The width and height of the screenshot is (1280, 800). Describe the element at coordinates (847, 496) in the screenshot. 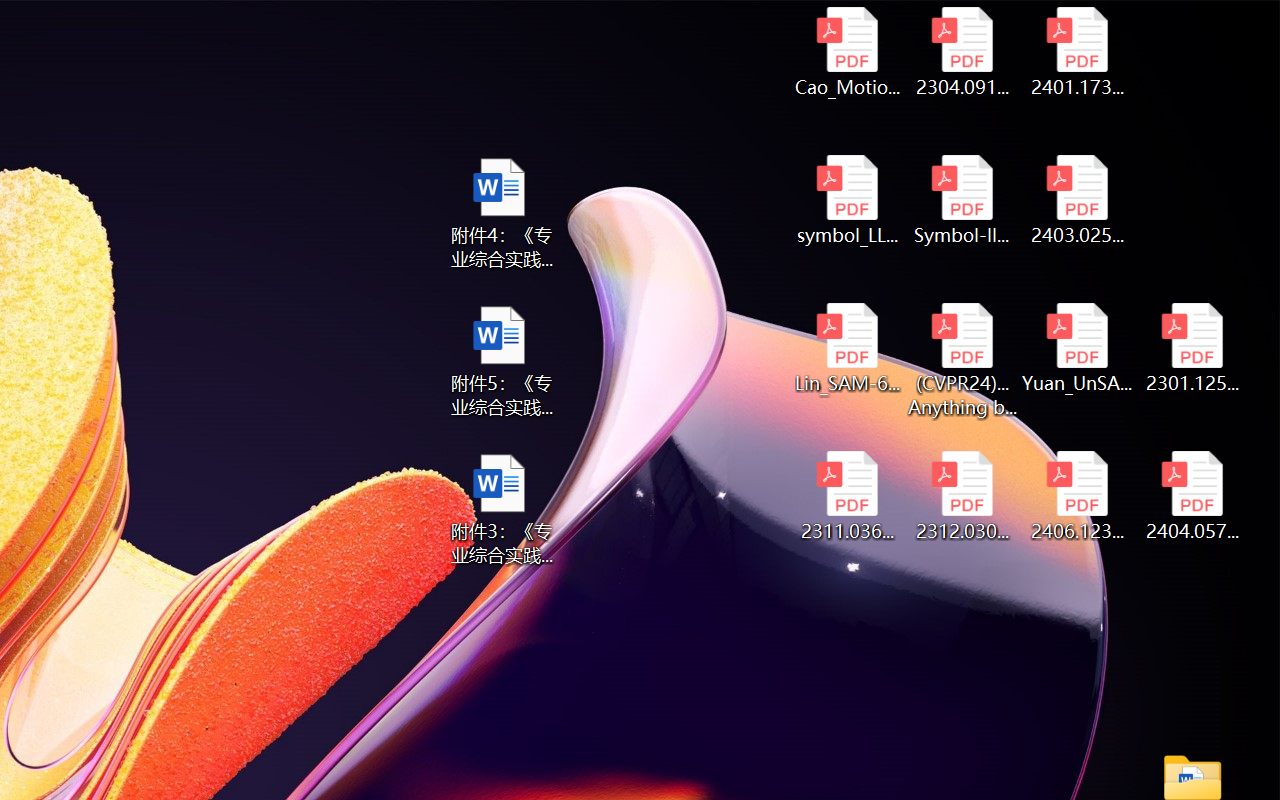

I see `'2311.03658v2.pdf'` at that location.